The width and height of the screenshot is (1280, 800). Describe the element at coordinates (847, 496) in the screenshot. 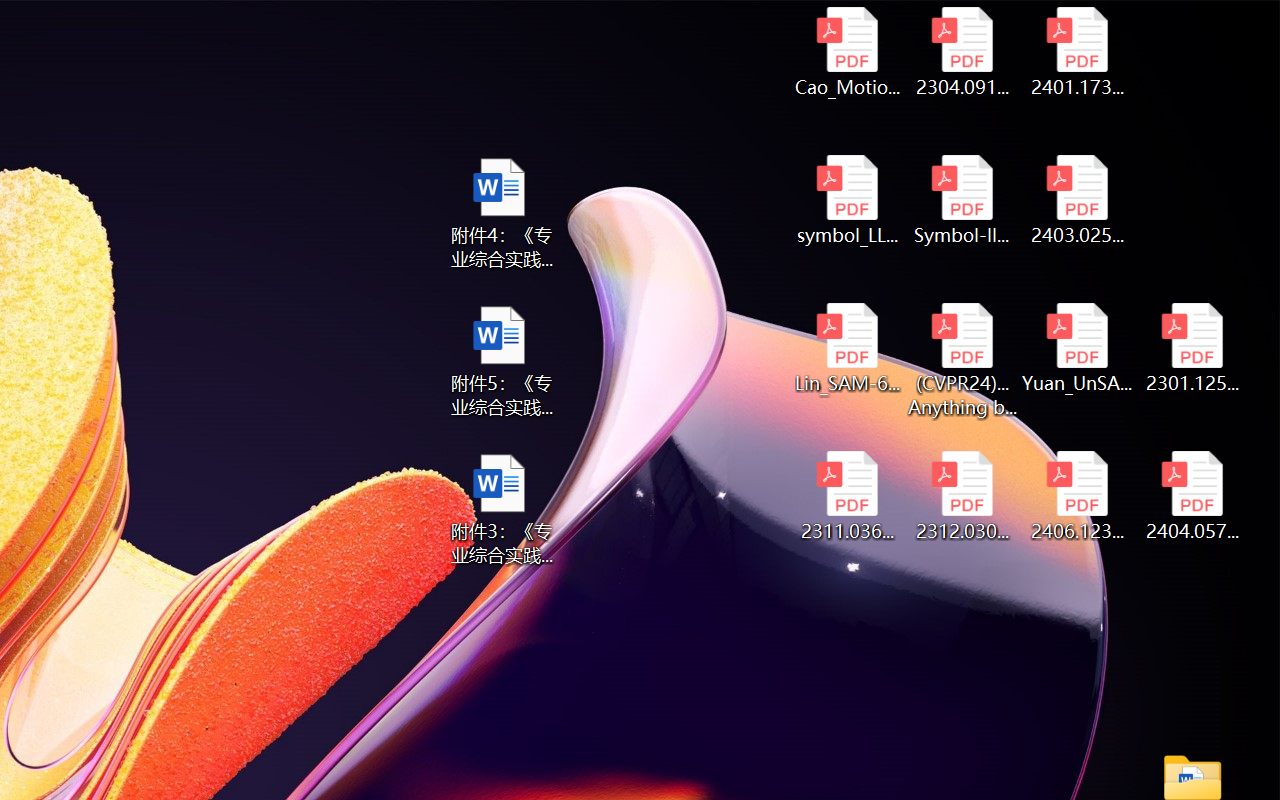

I see `'2311.03658v2.pdf'` at that location.